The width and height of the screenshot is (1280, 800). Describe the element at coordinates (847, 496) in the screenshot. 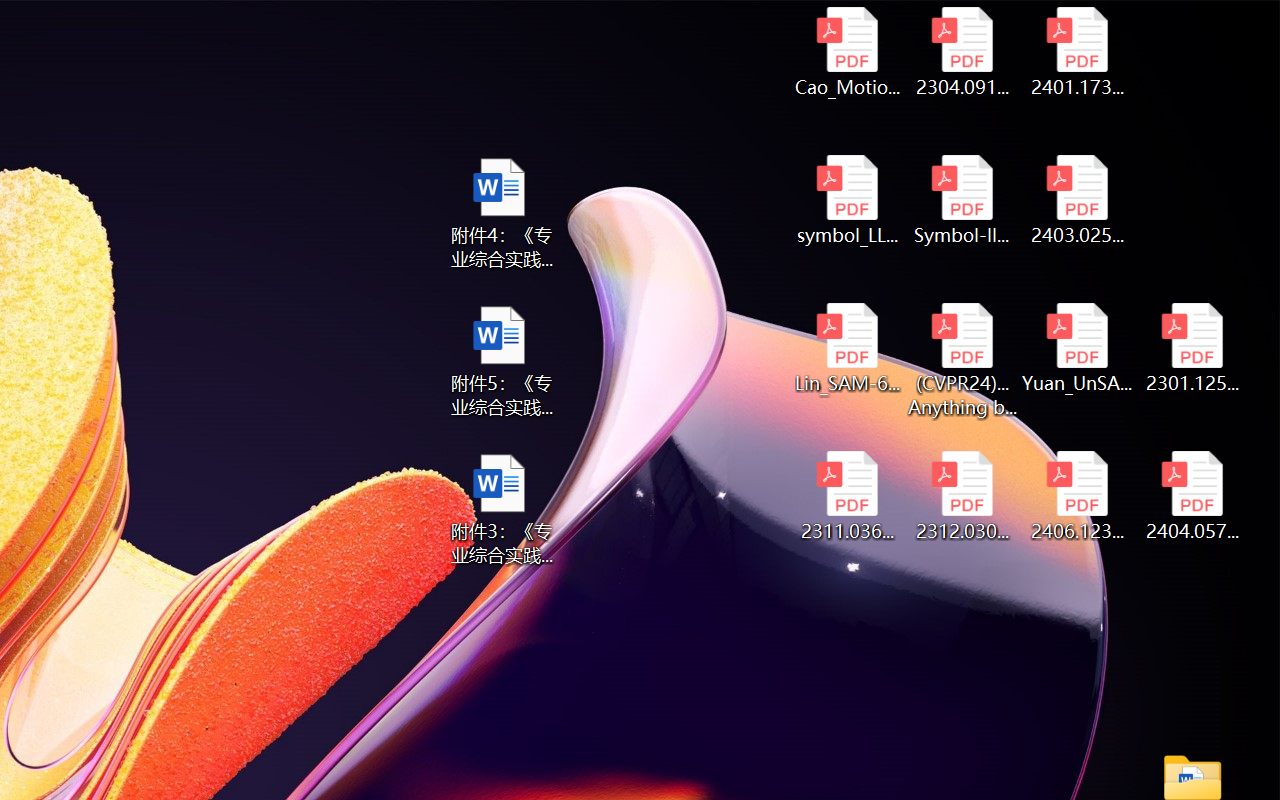

I see `'2311.03658v2.pdf'` at that location.